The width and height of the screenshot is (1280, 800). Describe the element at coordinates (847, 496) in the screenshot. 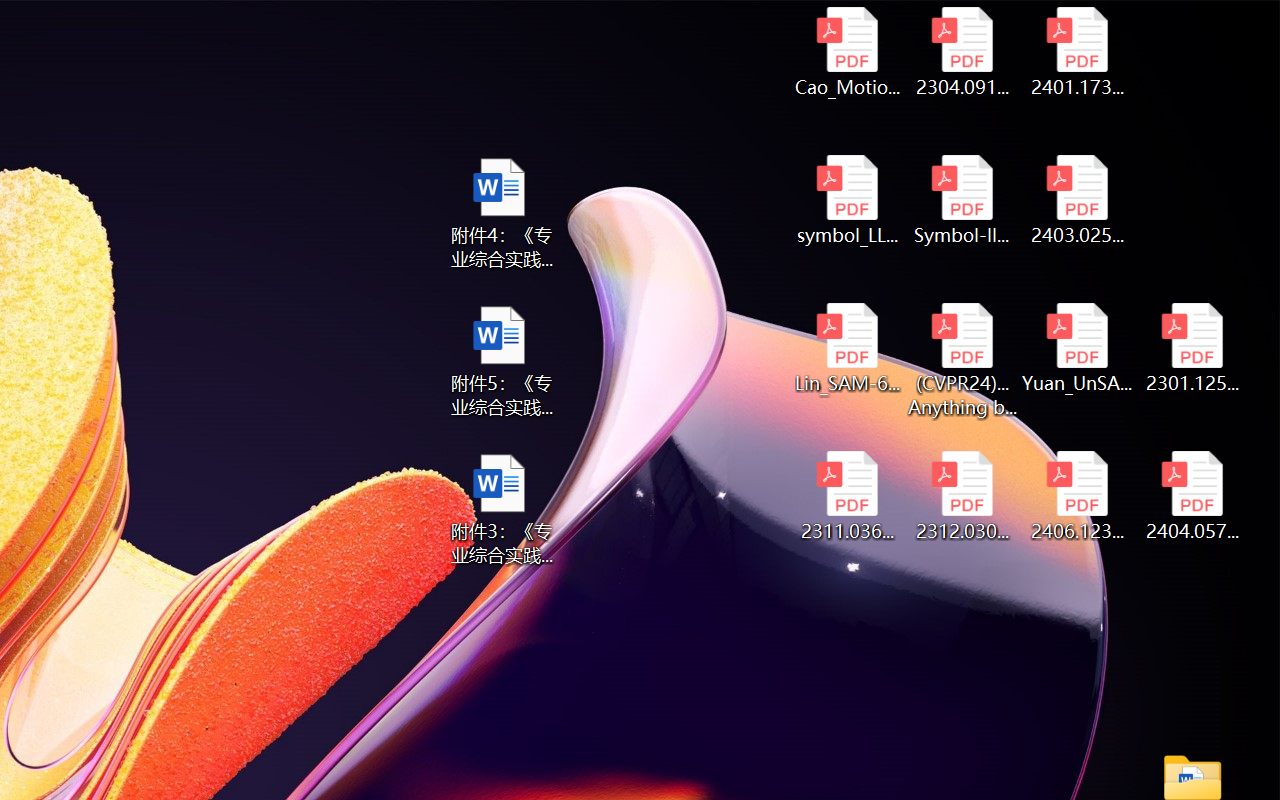

I see `'2311.03658v2.pdf'` at that location.